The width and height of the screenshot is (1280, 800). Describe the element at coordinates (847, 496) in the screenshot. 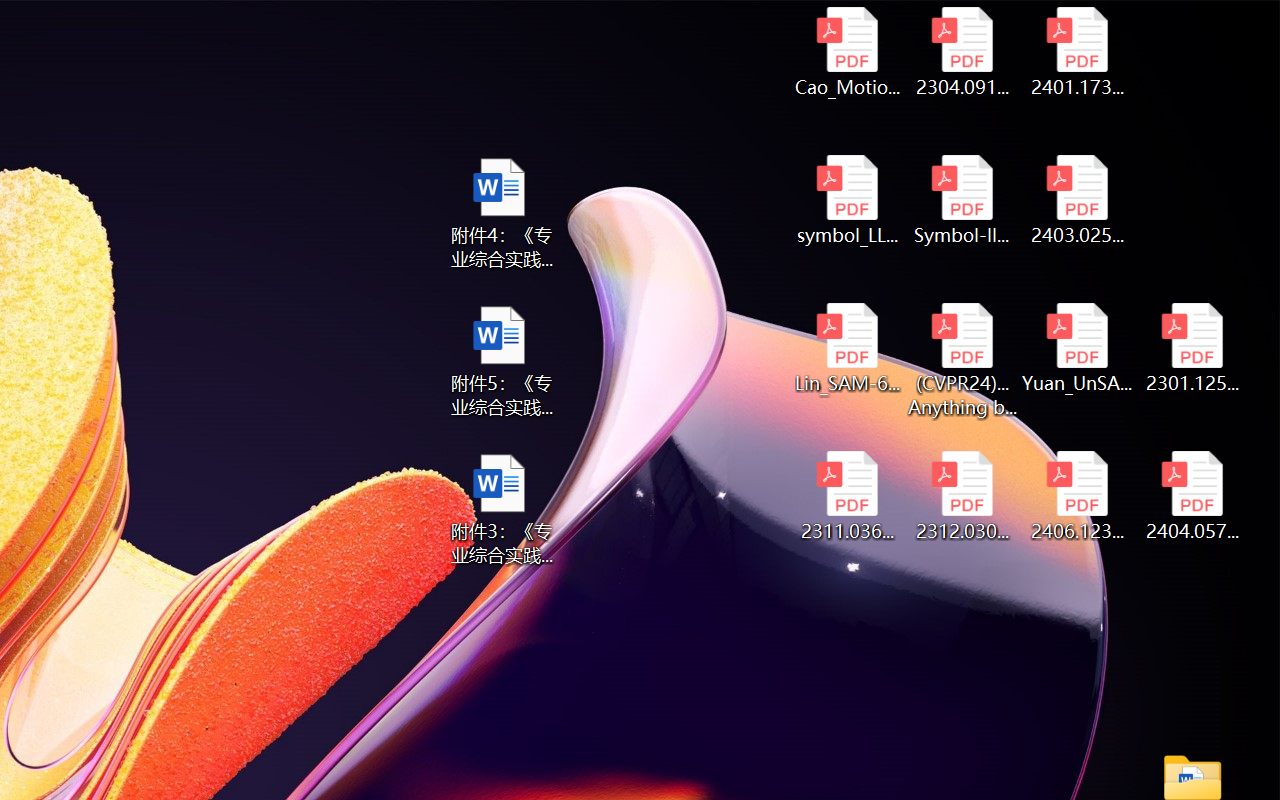

I see `'2311.03658v2.pdf'` at that location.